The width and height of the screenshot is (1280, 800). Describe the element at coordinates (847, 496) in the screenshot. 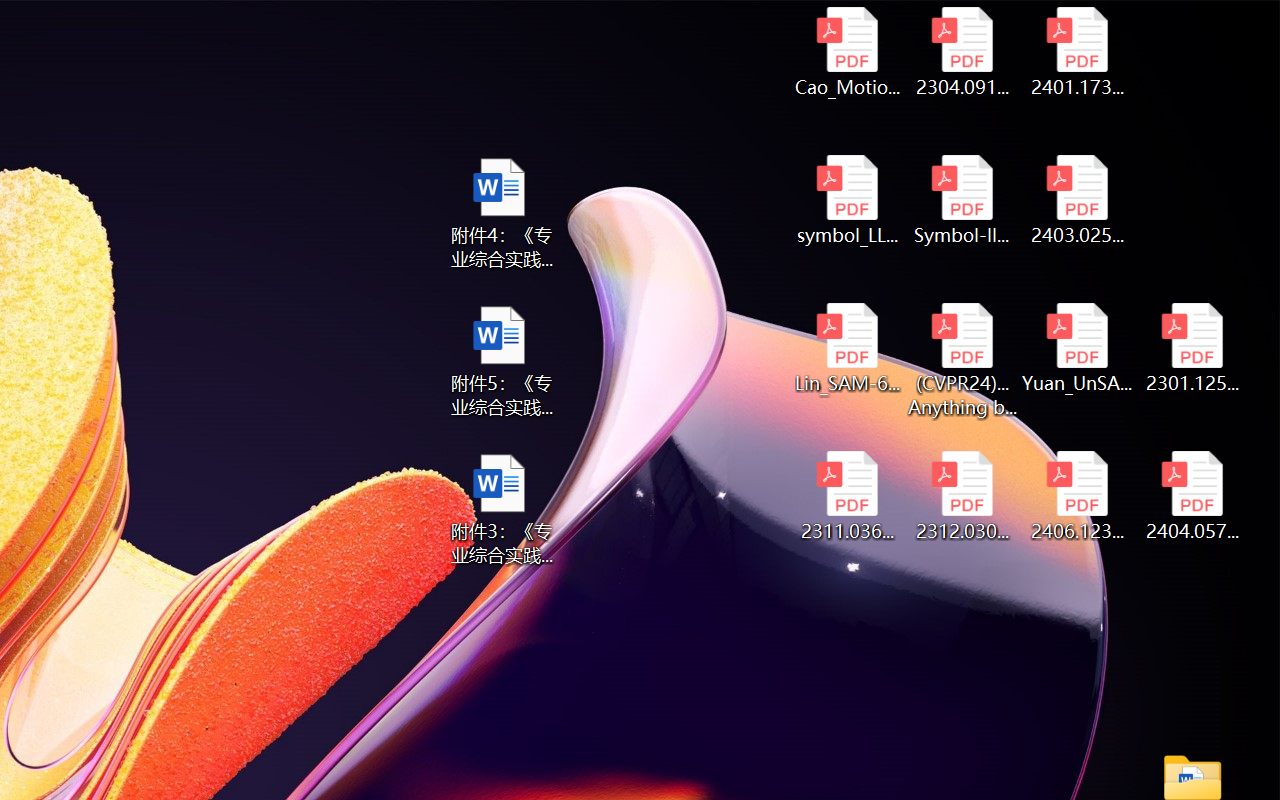

I see `'2311.03658v2.pdf'` at that location.